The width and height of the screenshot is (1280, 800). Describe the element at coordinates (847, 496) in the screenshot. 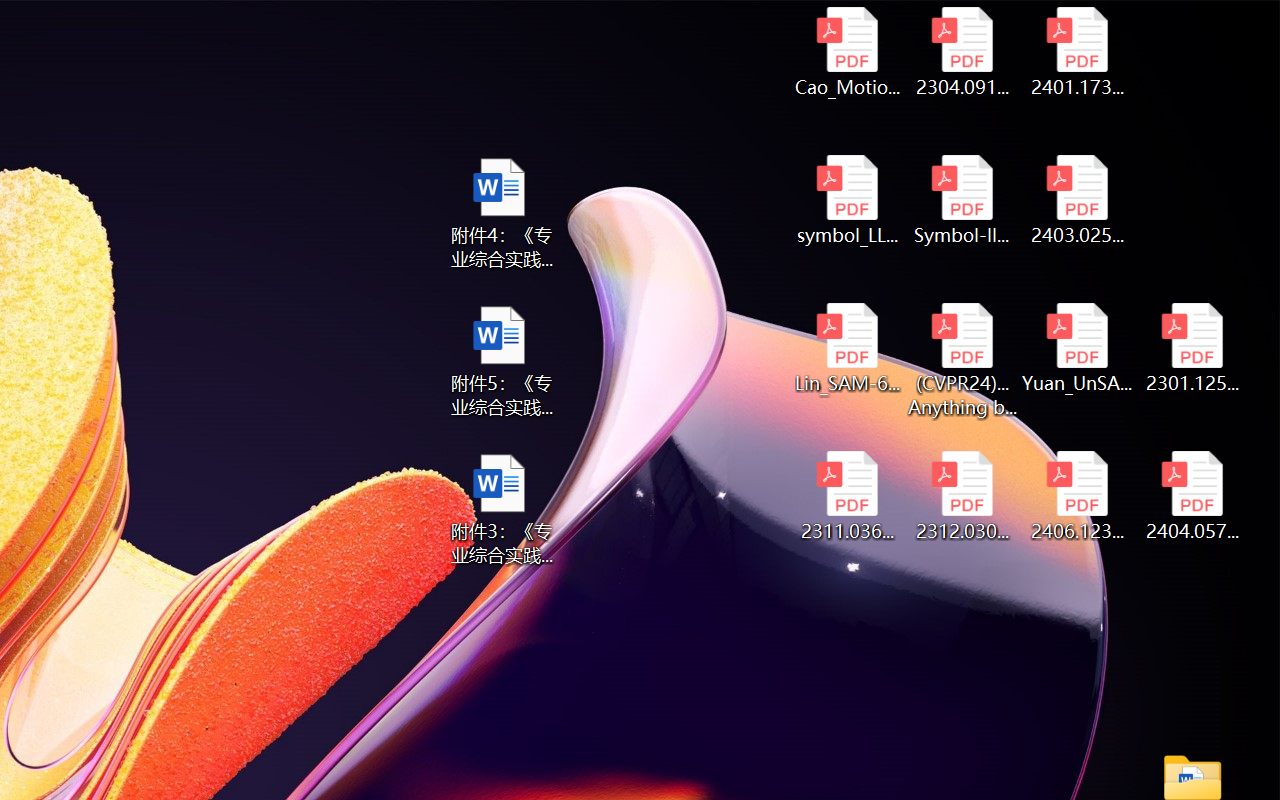

I see `'2311.03658v2.pdf'` at that location.